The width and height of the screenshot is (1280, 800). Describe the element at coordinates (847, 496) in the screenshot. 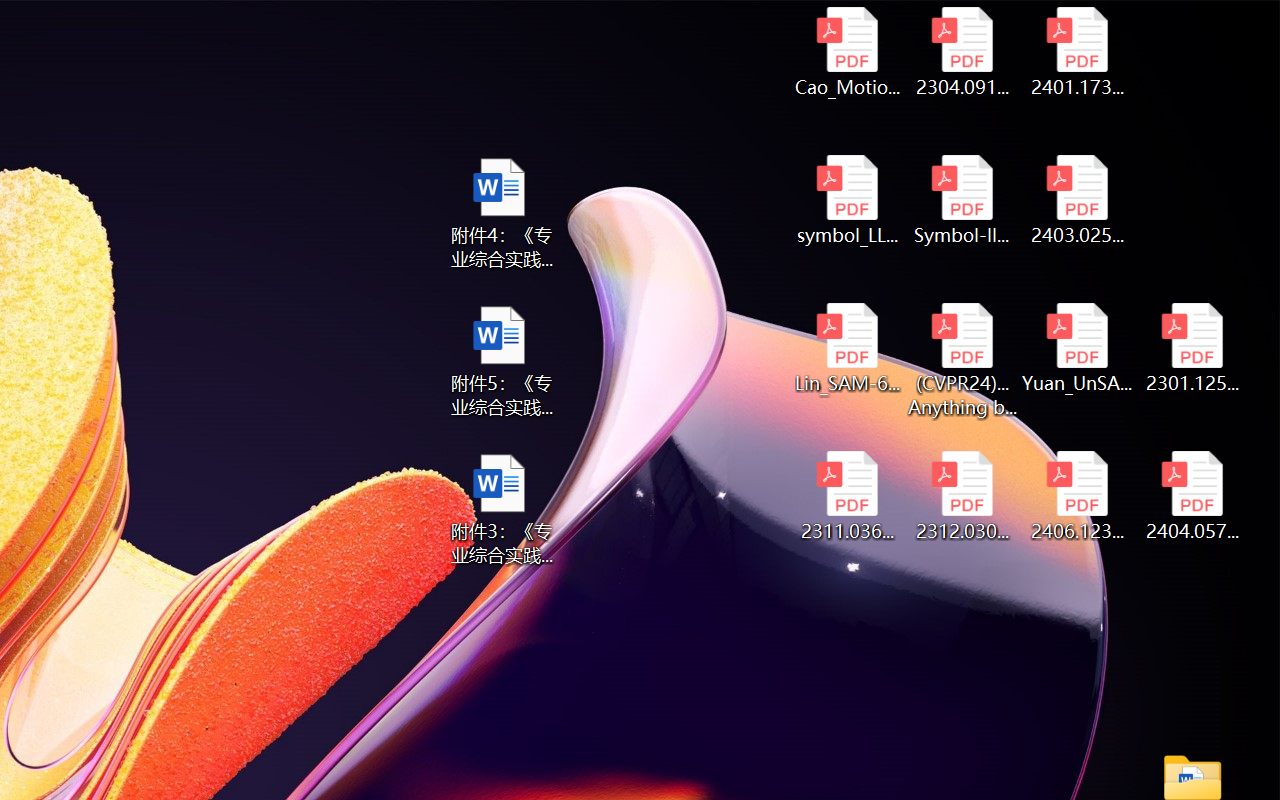

I see `'2311.03658v2.pdf'` at that location.